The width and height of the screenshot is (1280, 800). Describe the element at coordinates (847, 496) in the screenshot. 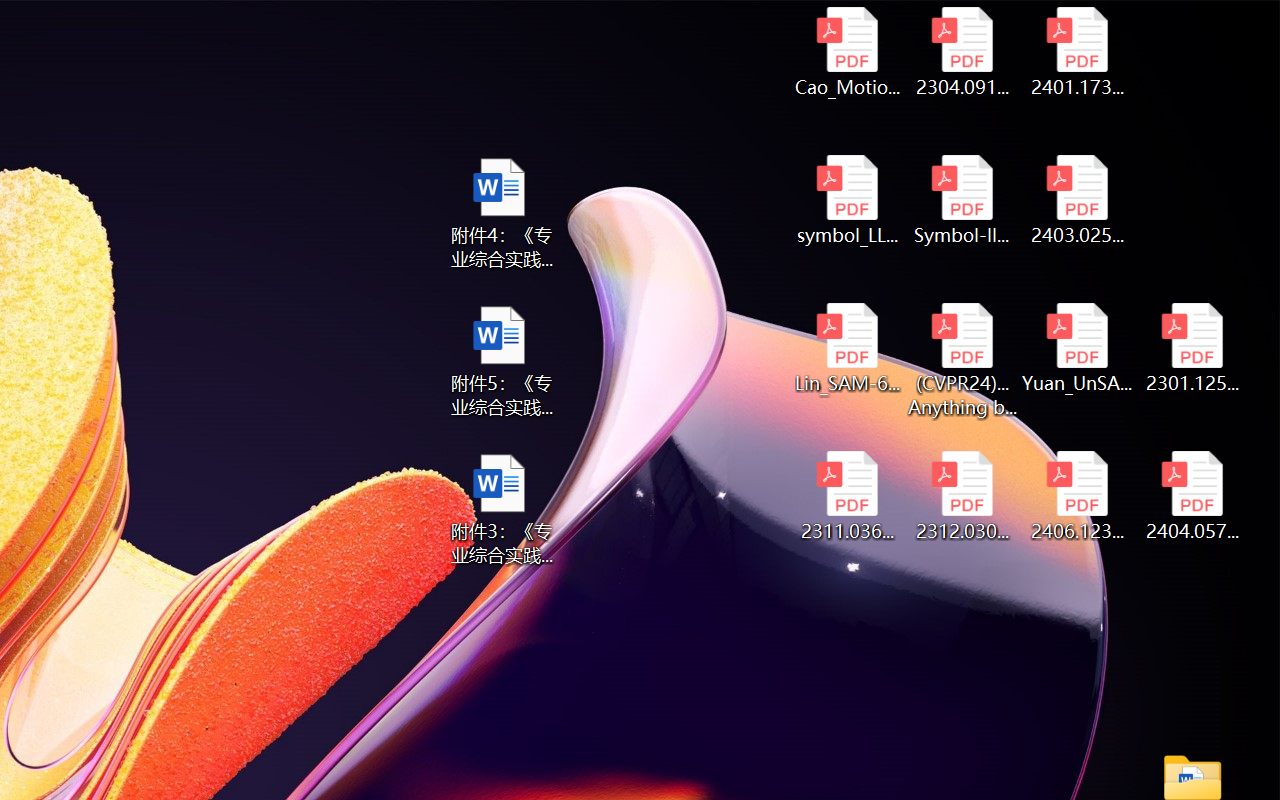

I see `'2311.03658v2.pdf'` at that location.